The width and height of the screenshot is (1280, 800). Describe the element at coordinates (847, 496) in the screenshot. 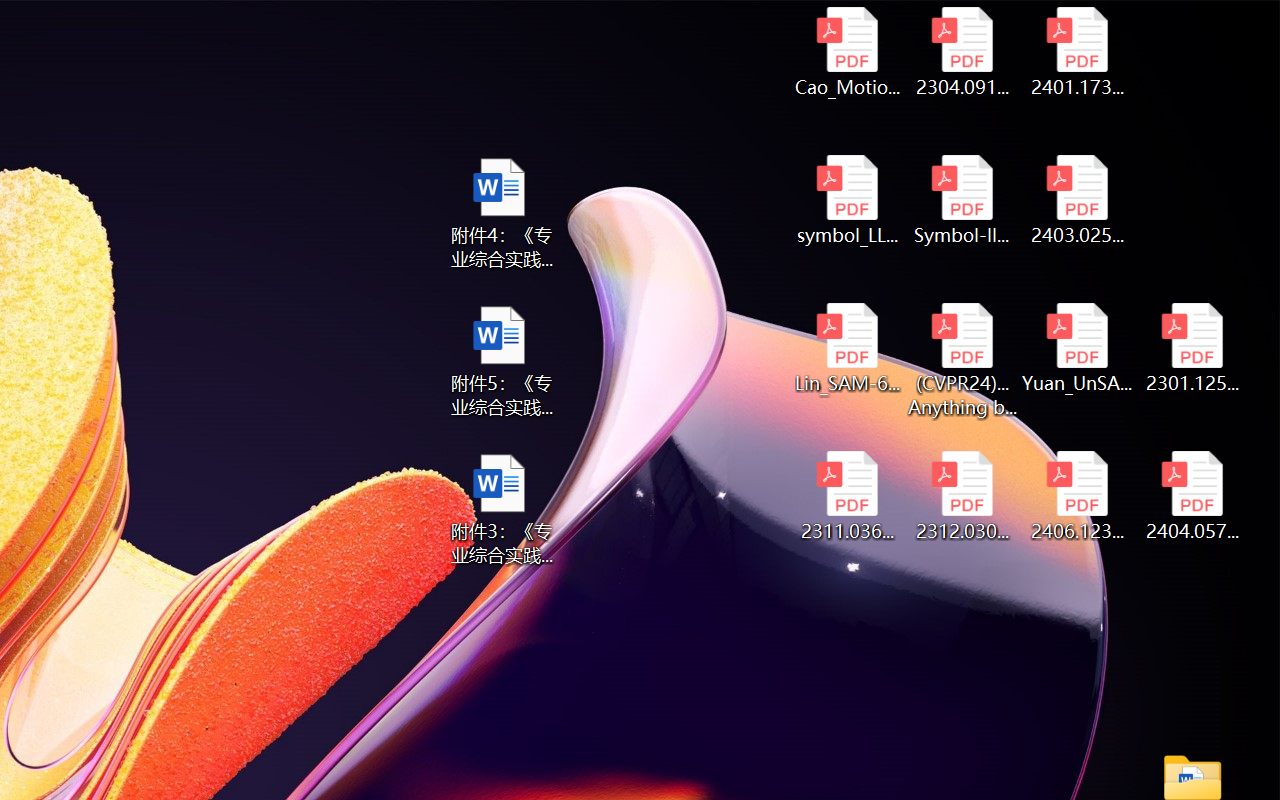

I see `'2311.03658v2.pdf'` at that location.